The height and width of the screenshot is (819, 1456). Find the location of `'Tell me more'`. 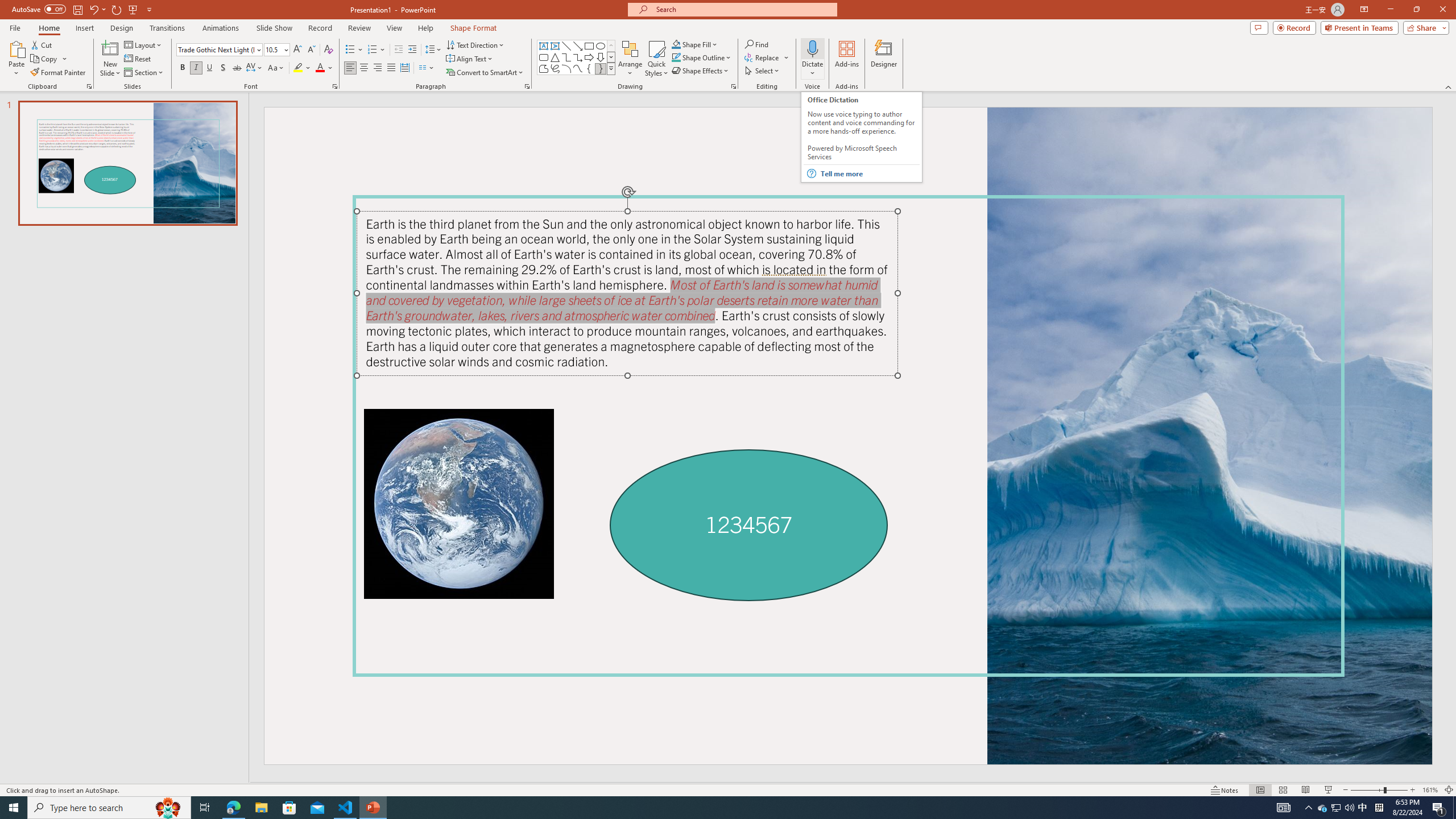

'Tell me more' is located at coordinates (869, 173).